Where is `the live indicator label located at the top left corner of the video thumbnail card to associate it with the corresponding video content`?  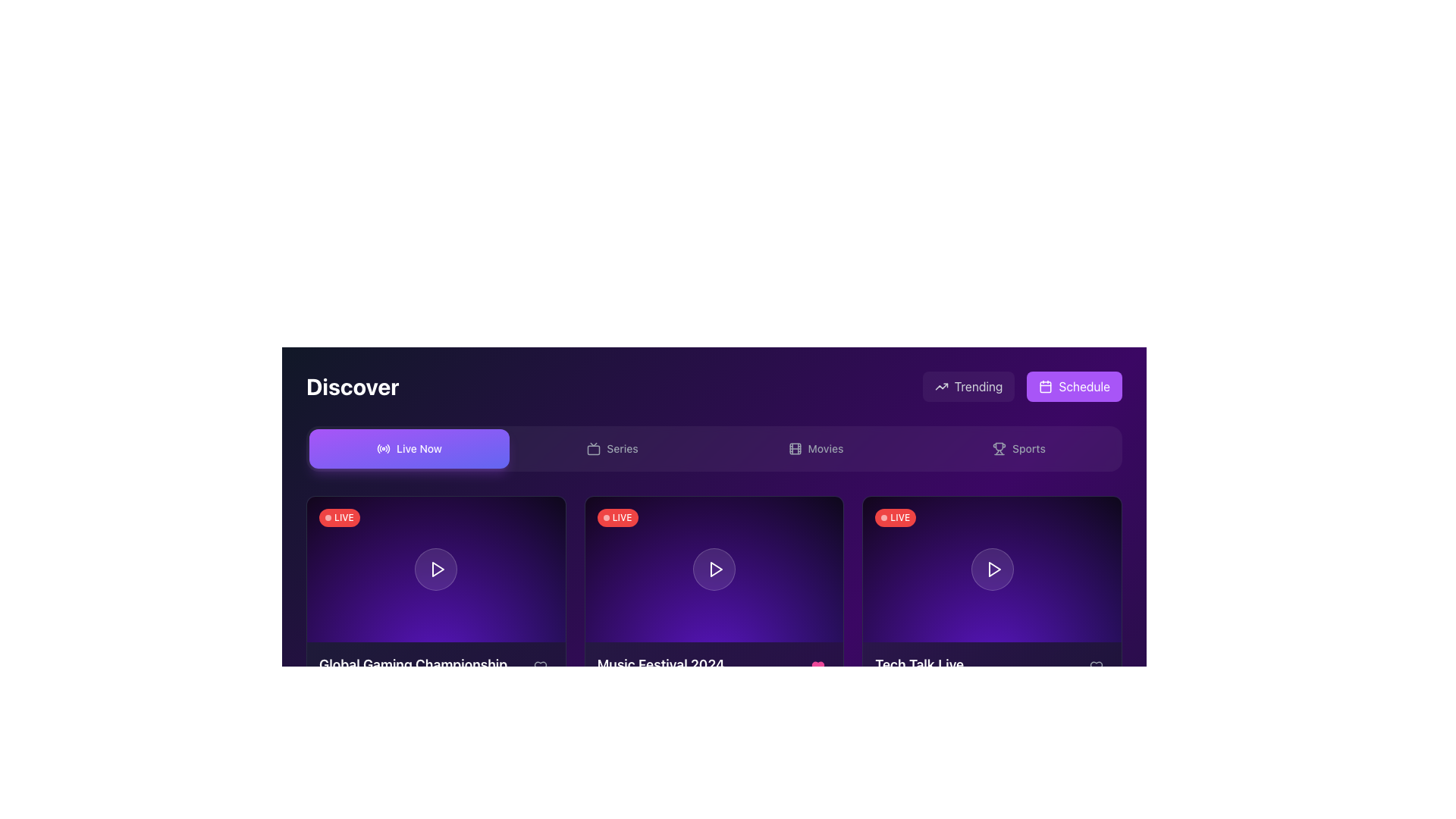
the live indicator label located at the top left corner of the video thumbnail card to associate it with the corresponding video content is located at coordinates (617, 516).